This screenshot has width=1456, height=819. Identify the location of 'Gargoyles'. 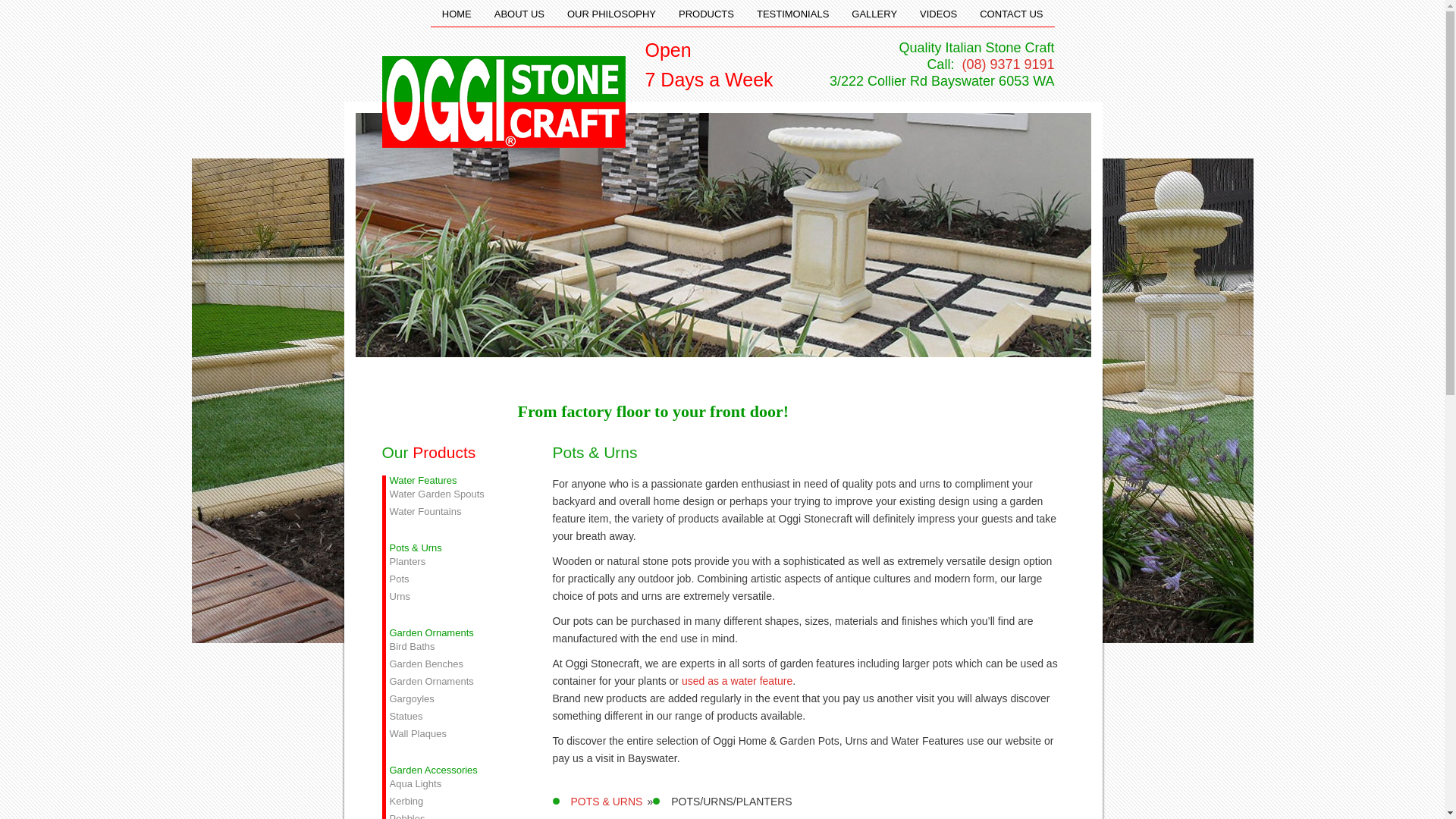
(451, 698).